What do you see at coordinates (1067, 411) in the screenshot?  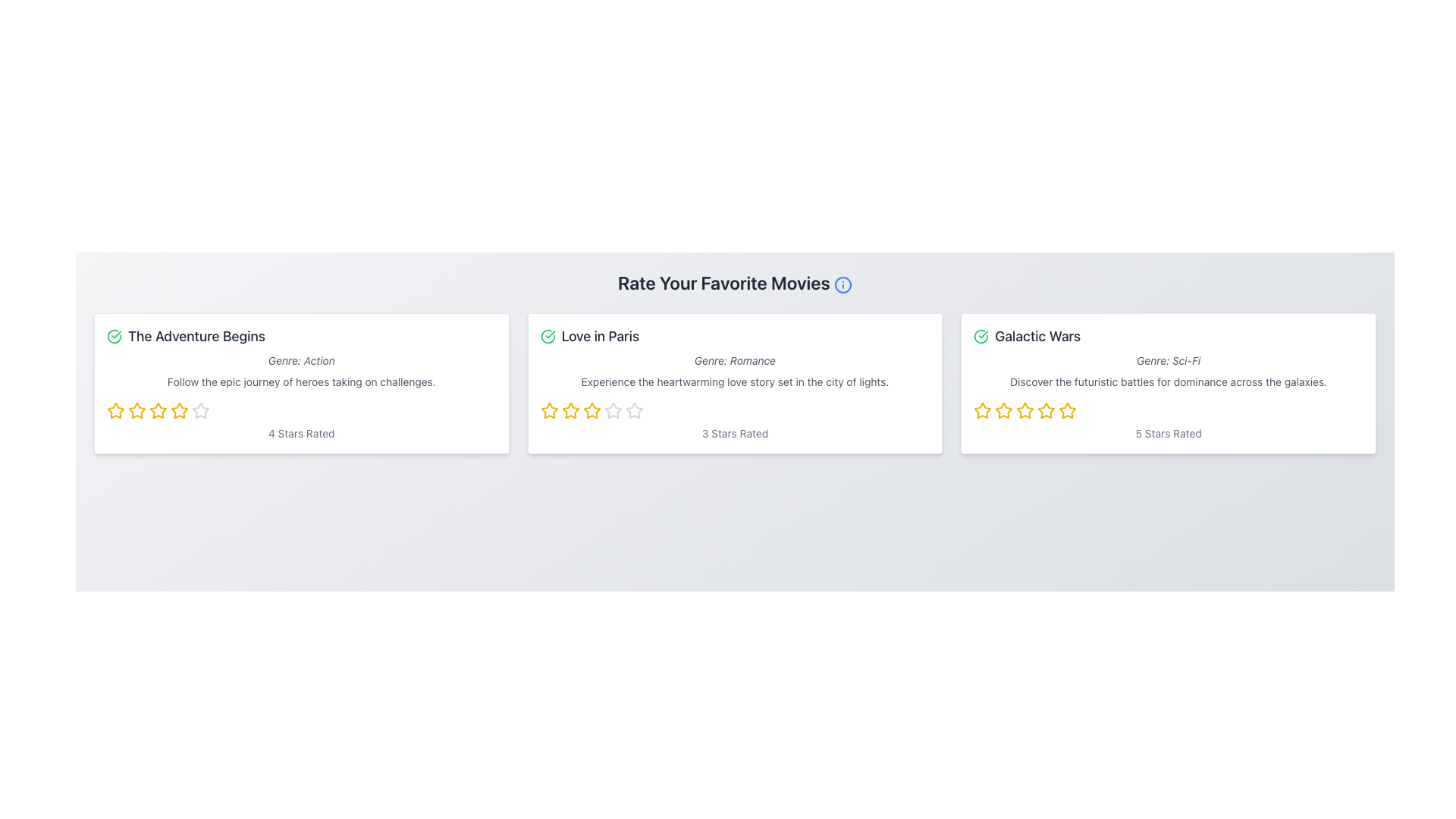 I see `the fifth rating star icon for the 'Galactic Wars' movie to interact with it` at bounding box center [1067, 411].